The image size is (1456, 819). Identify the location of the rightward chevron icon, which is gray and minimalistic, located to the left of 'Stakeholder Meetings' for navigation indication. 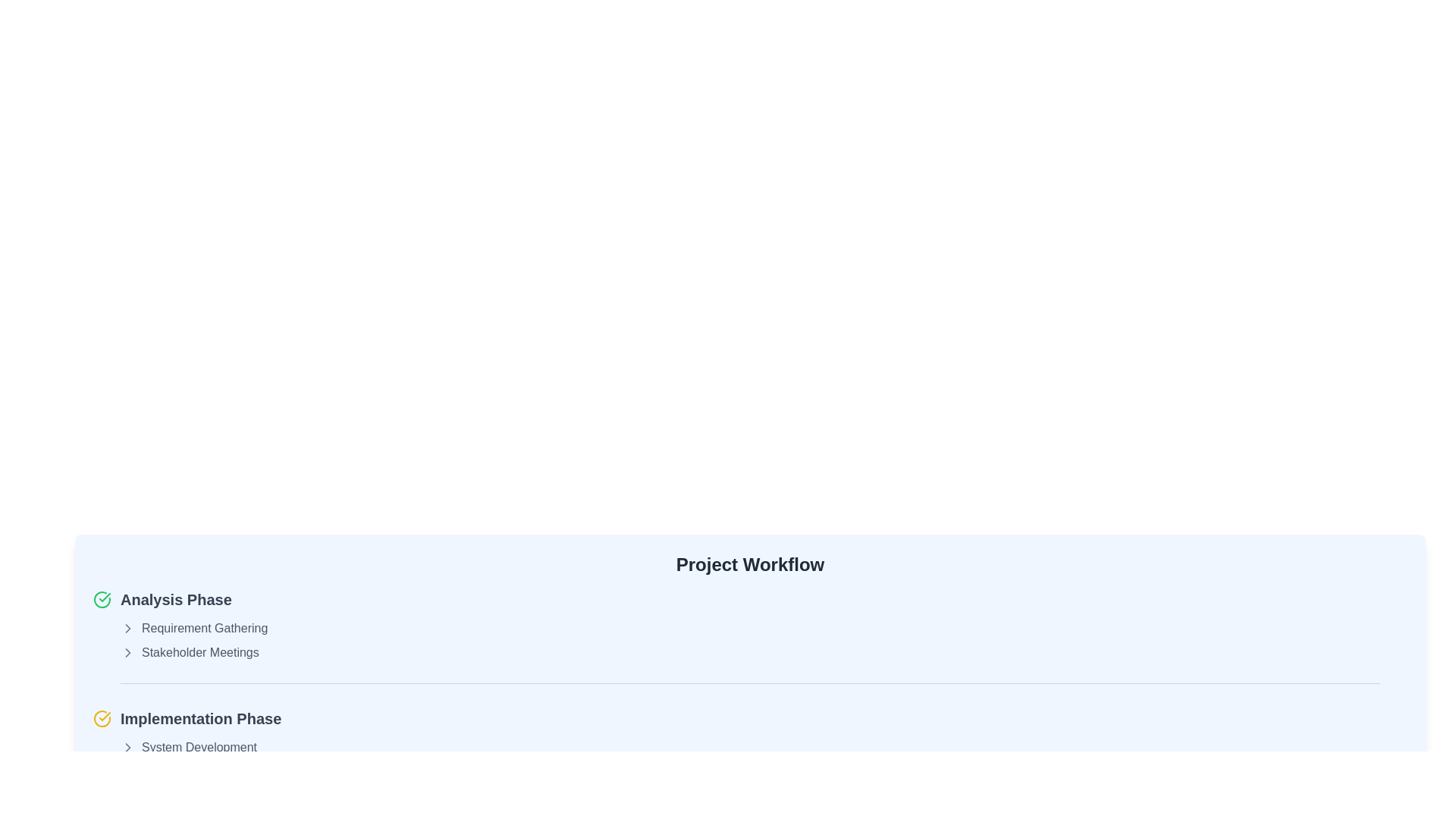
(127, 651).